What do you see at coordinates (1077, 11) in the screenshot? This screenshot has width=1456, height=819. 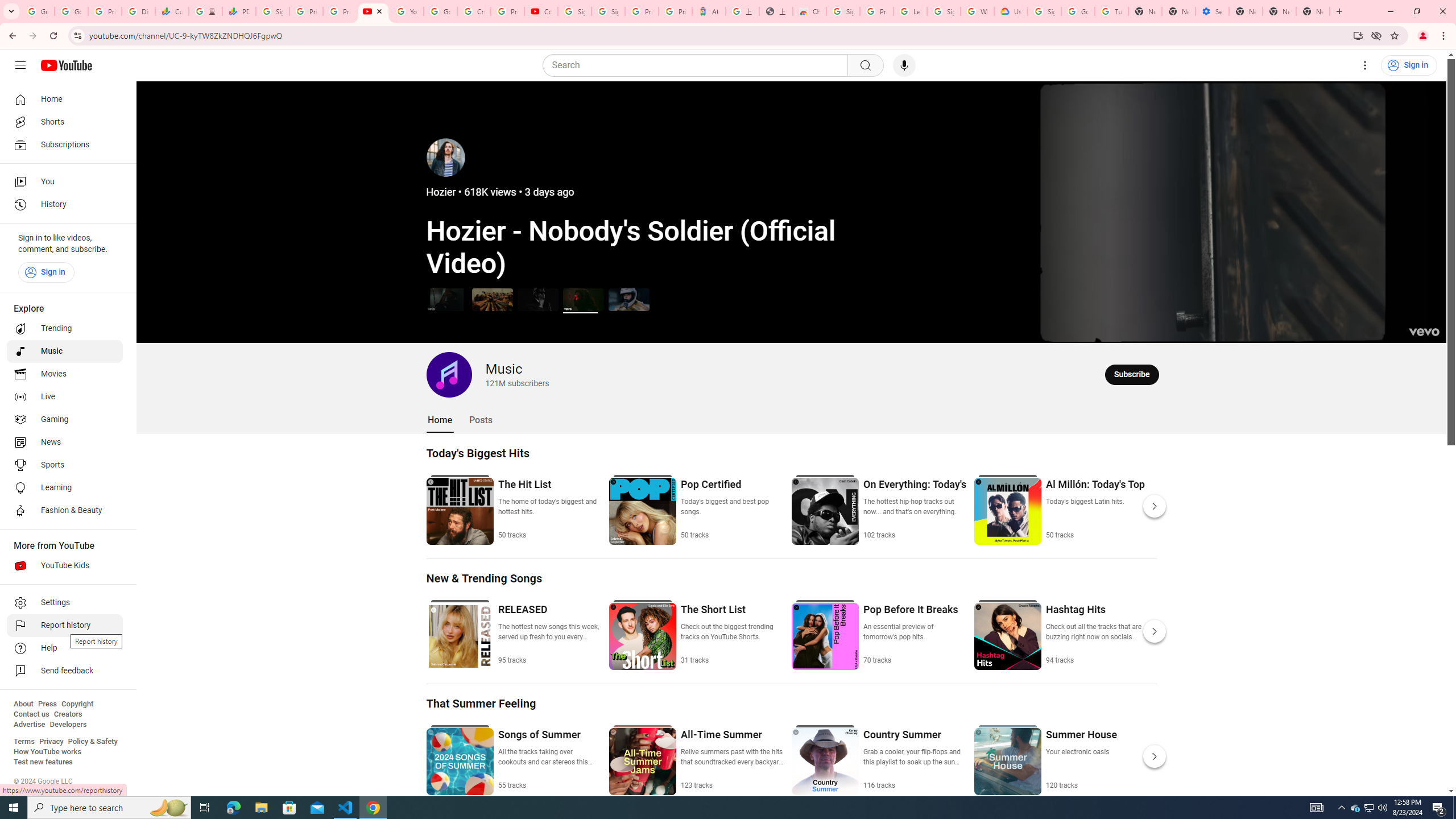 I see `'Google Account Help'` at bounding box center [1077, 11].